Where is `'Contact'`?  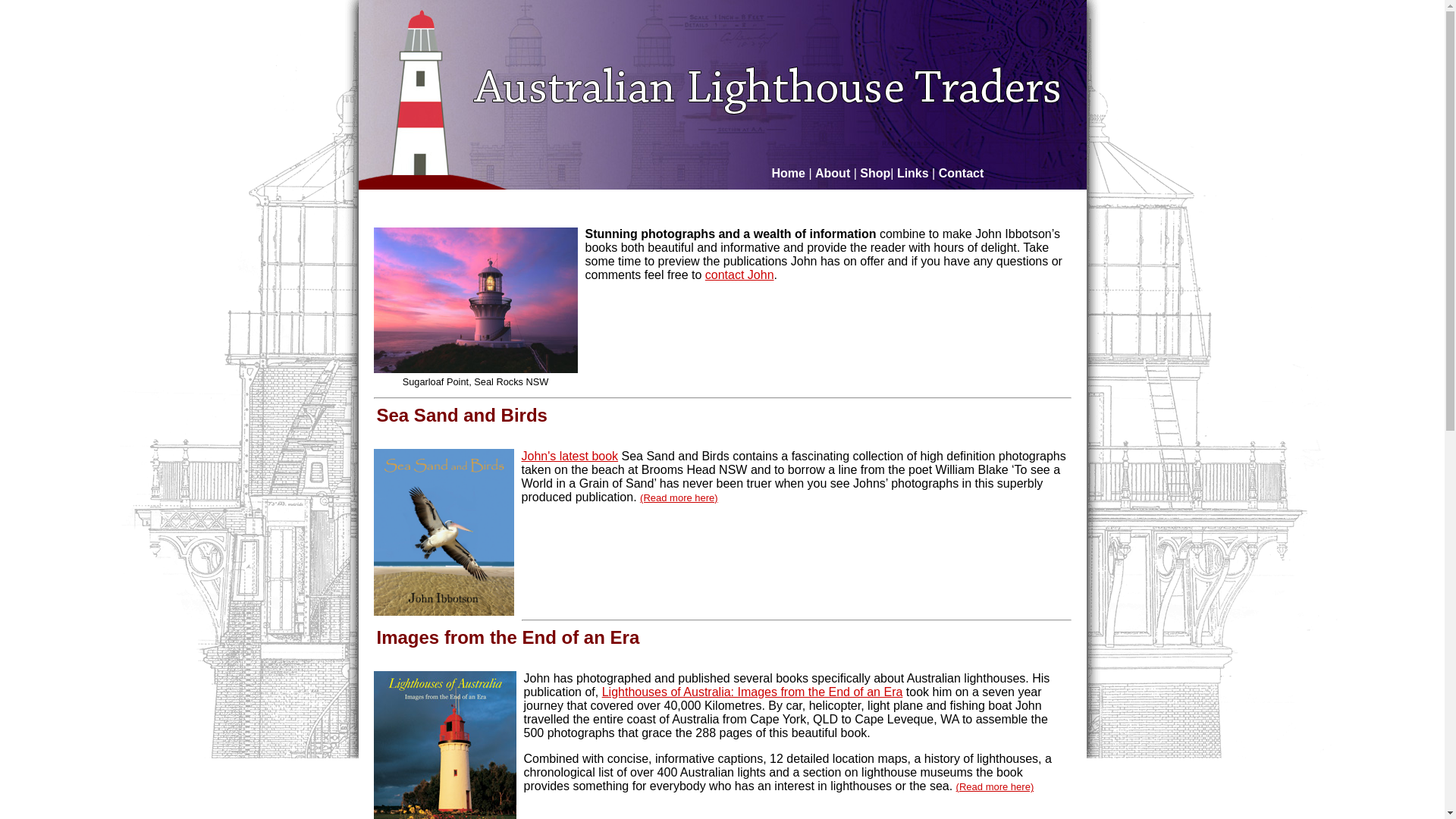
'Contact' is located at coordinates (960, 172).